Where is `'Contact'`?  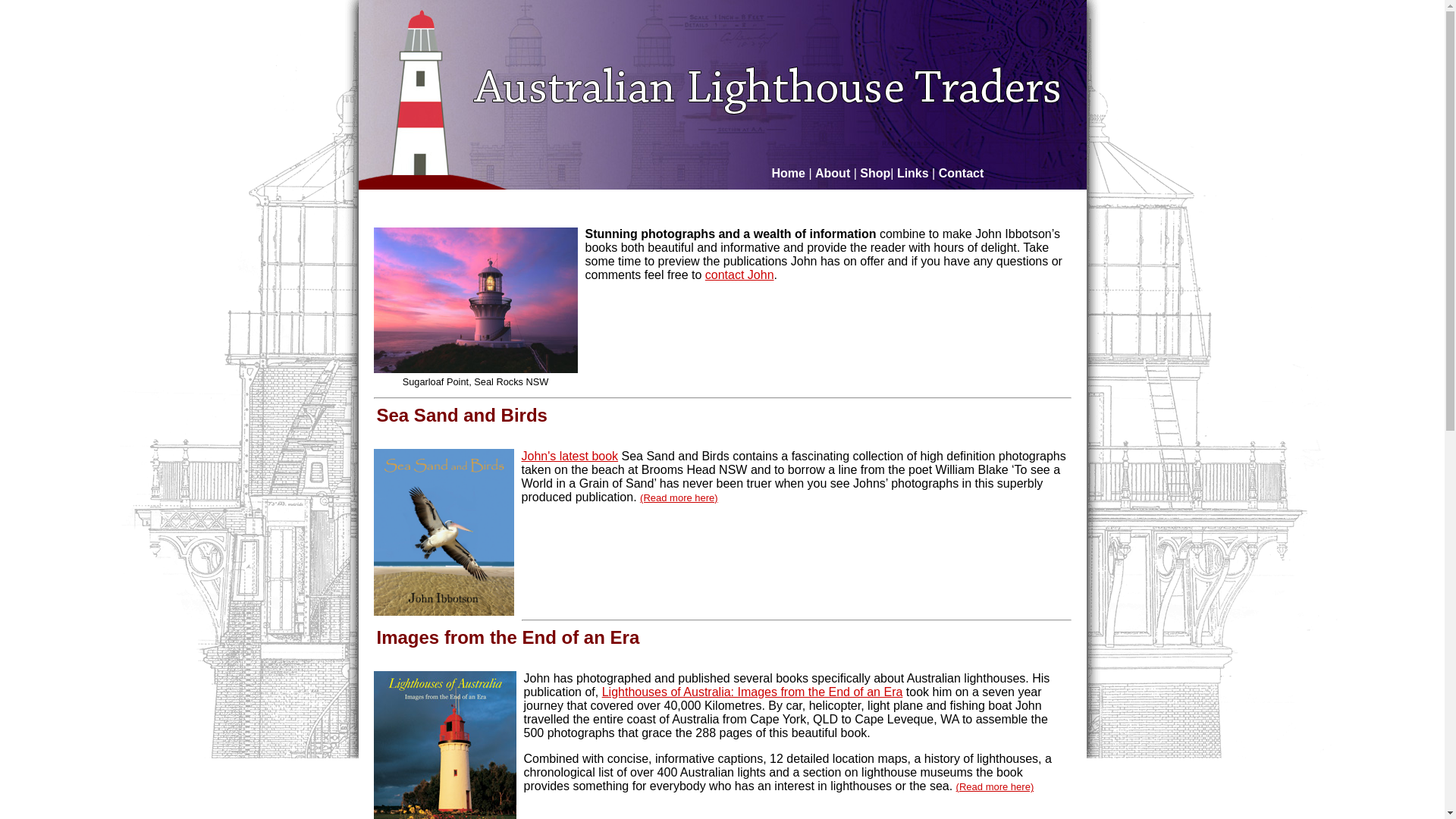
'Contact' is located at coordinates (960, 172).